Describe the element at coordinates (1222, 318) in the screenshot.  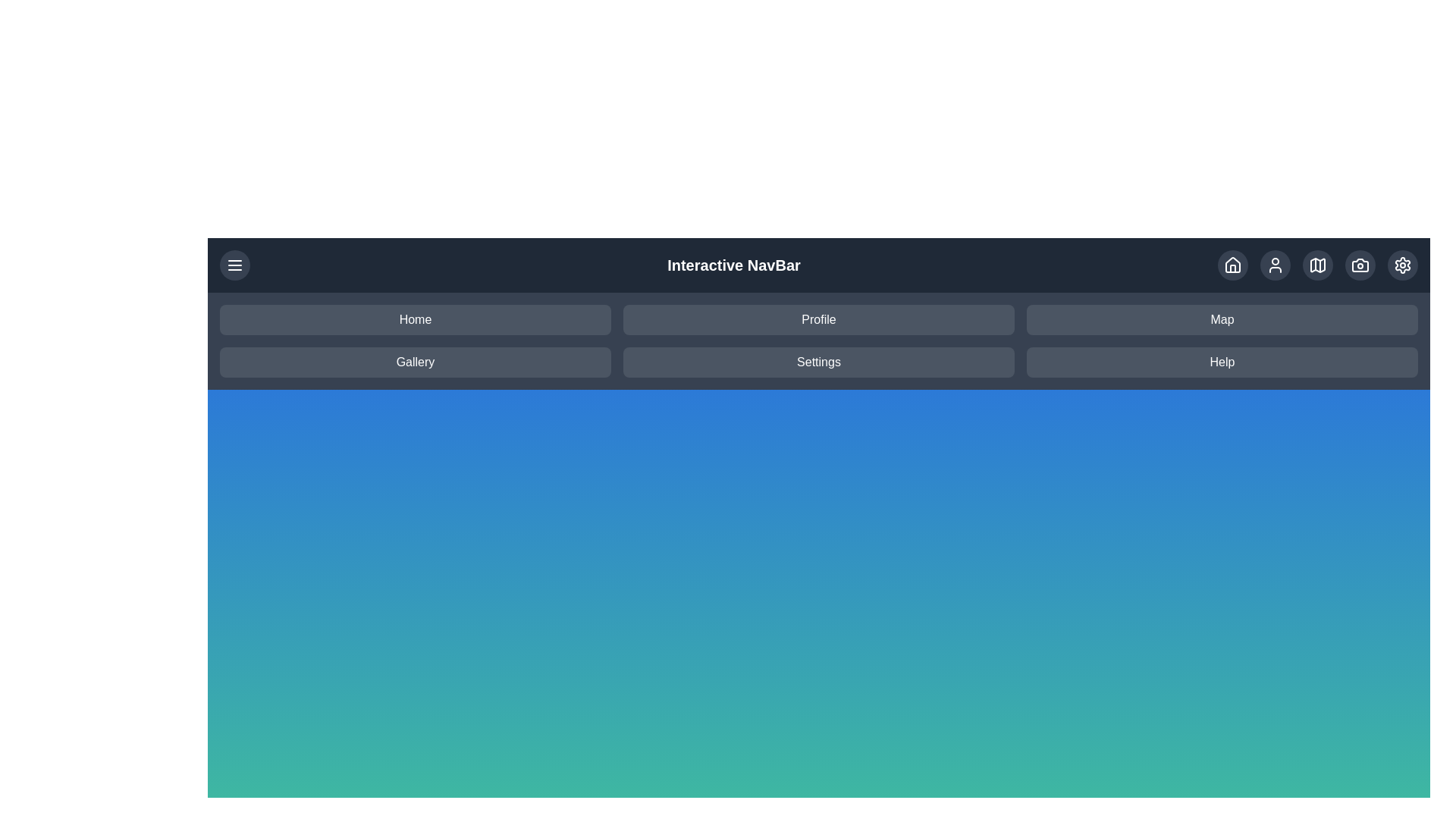
I see `the menu item labeled Map` at that location.